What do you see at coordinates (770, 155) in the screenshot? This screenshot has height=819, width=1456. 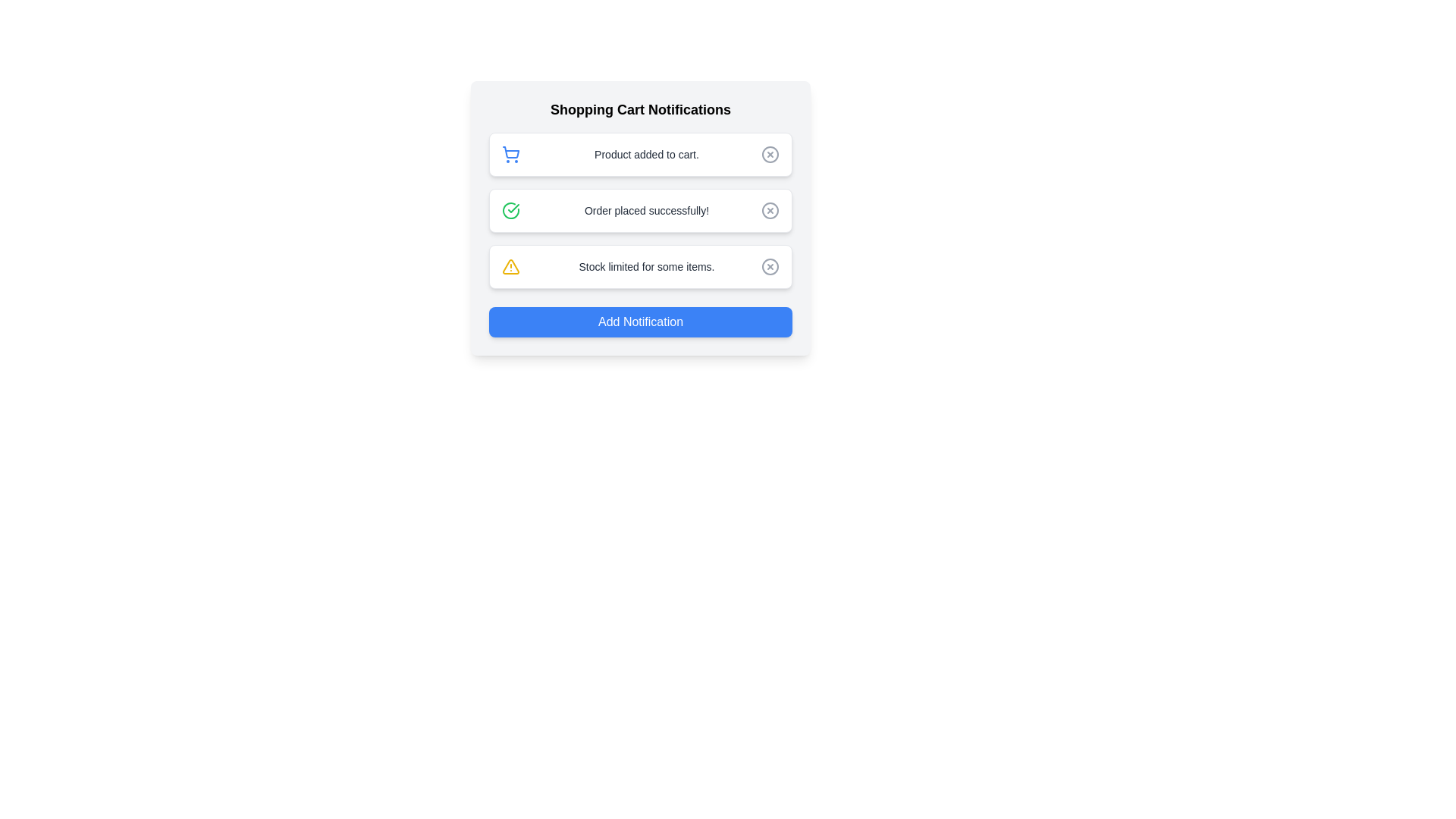 I see `the inner circular part of the close or cancel icon located on the far-right side of the top row in the list of notifications, next to the text 'Product added to cart'` at bounding box center [770, 155].